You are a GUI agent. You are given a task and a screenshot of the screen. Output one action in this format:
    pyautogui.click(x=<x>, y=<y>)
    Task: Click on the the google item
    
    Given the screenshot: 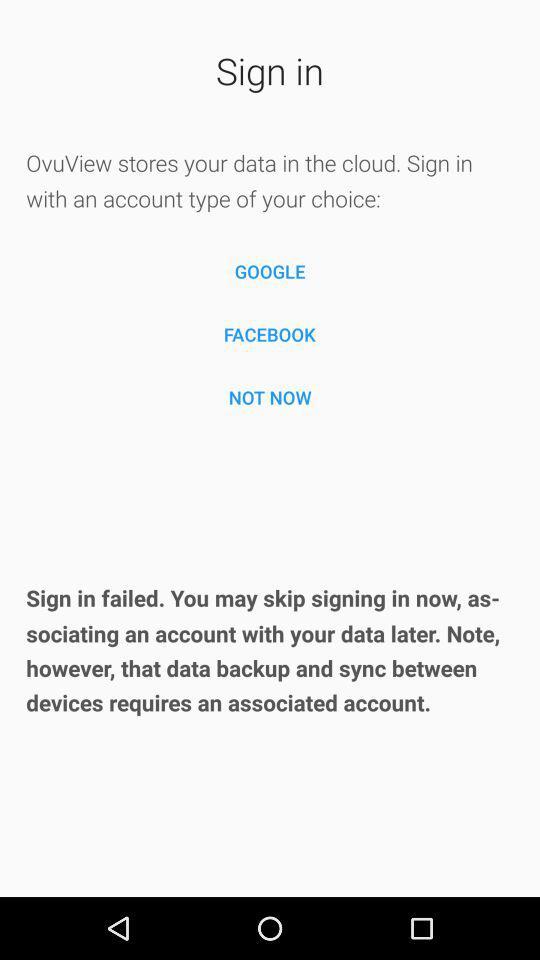 What is the action you would take?
    pyautogui.click(x=270, y=270)
    